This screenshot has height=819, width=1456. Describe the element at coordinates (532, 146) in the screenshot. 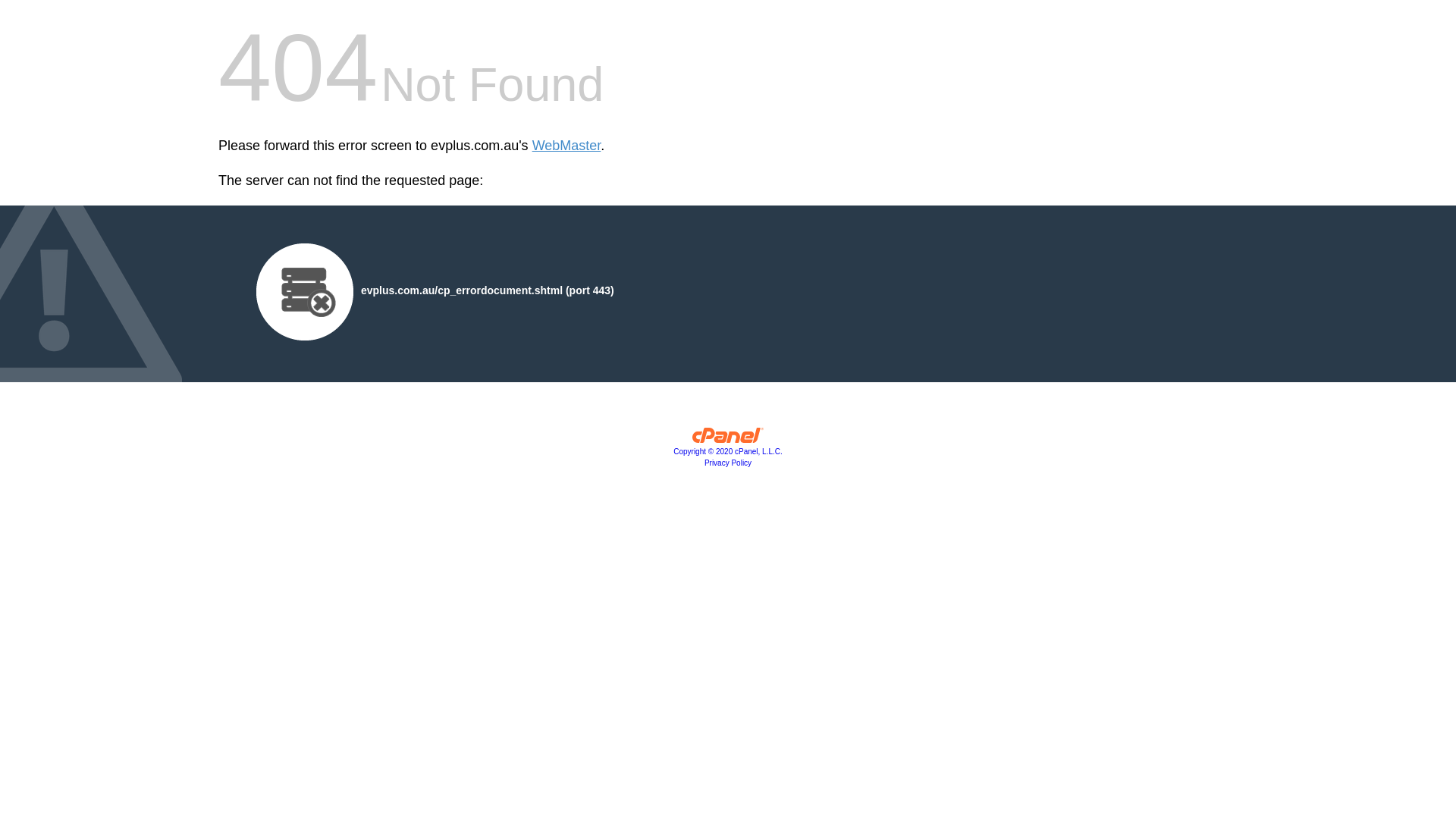

I see `'WebMaster'` at that location.